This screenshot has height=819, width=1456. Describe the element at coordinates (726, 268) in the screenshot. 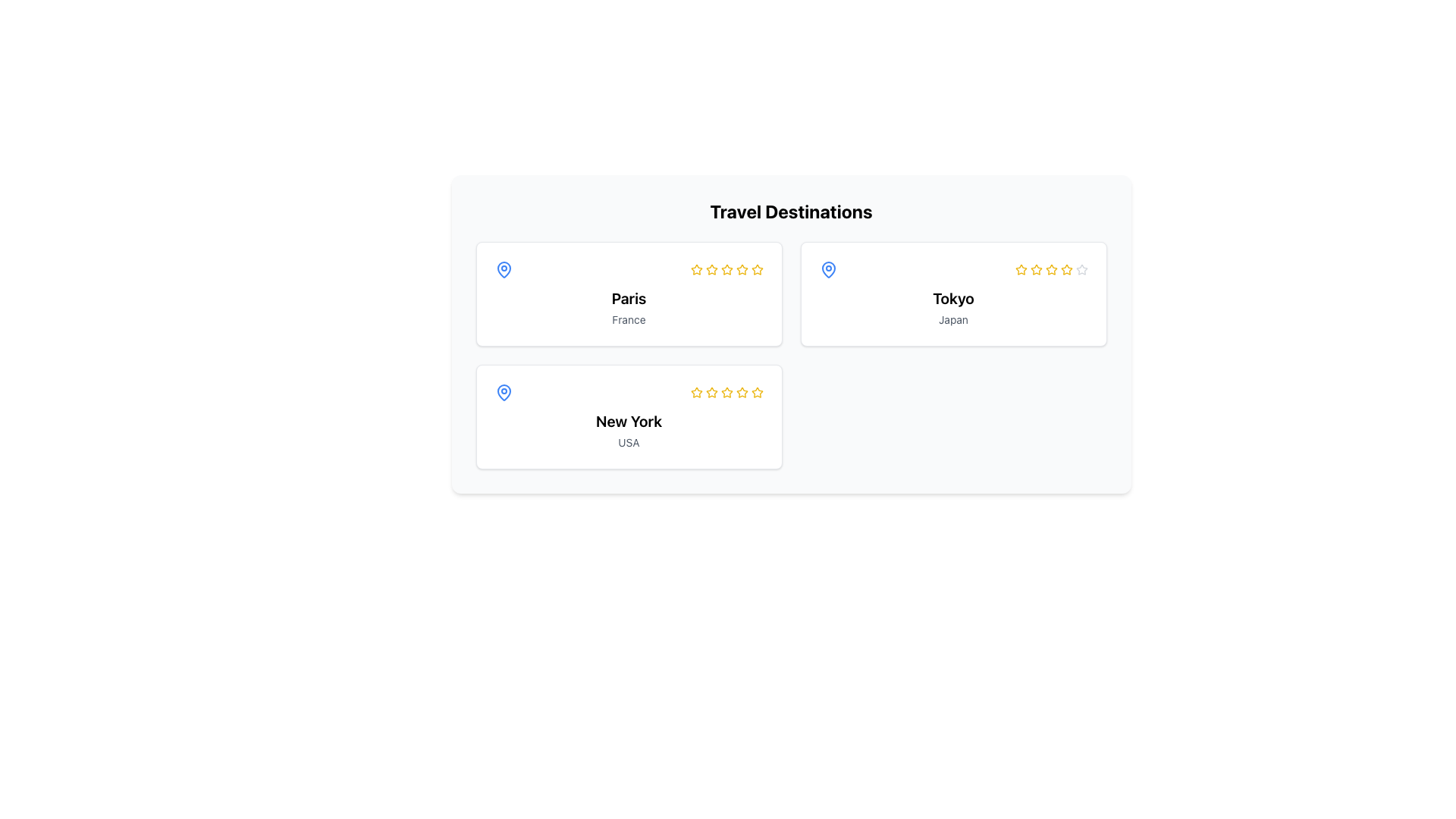

I see `the third star icon in the rating section of the 'Paris, France' destination card` at that location.